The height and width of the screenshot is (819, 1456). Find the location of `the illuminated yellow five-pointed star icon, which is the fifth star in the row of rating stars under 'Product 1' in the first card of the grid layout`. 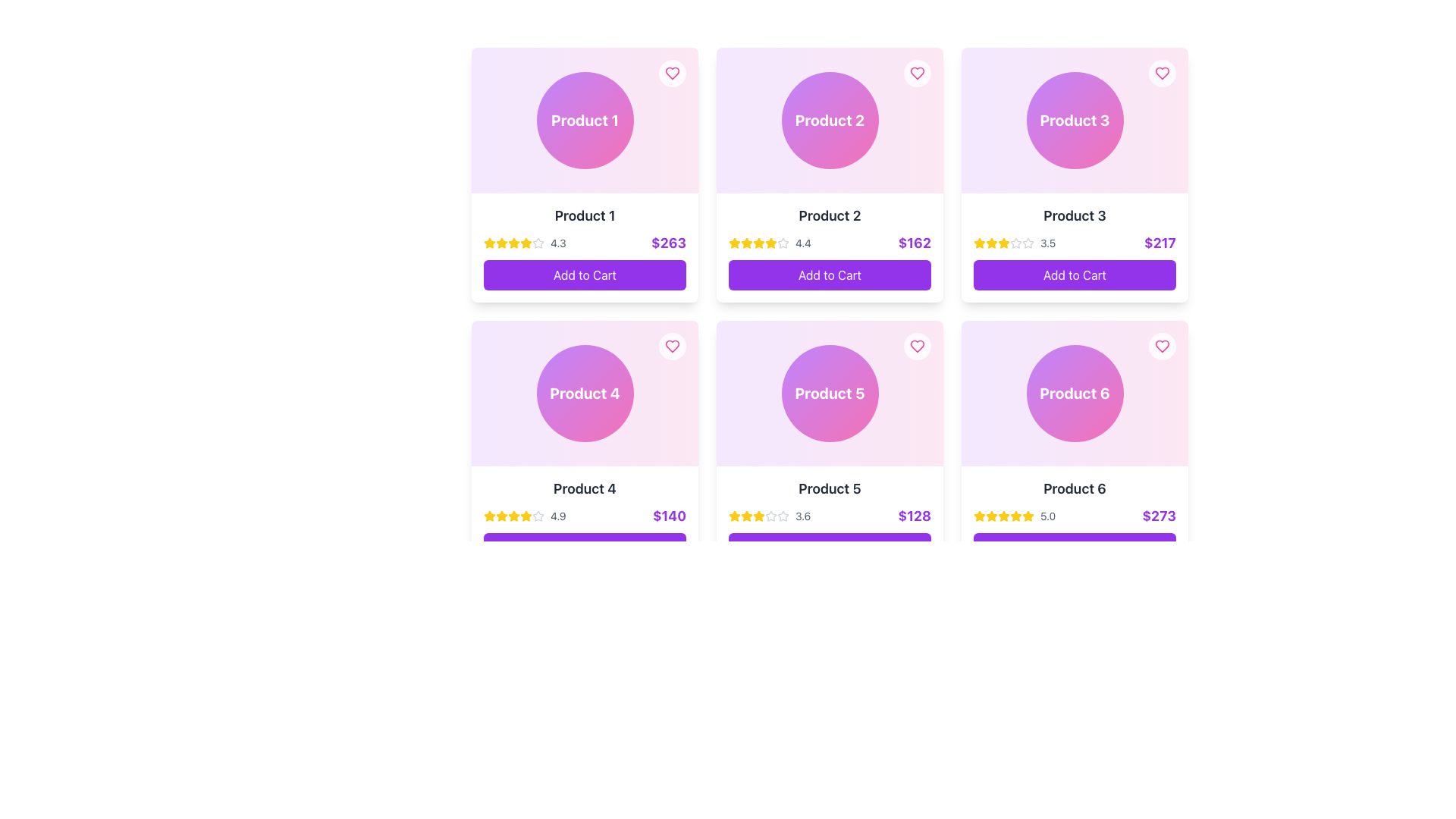

the illuminated yellow five-pointed star icon, which is the fifth star in the row of rating stars under 'Product 1' in the first card of the grid layout is located at coordinates (526, 242).